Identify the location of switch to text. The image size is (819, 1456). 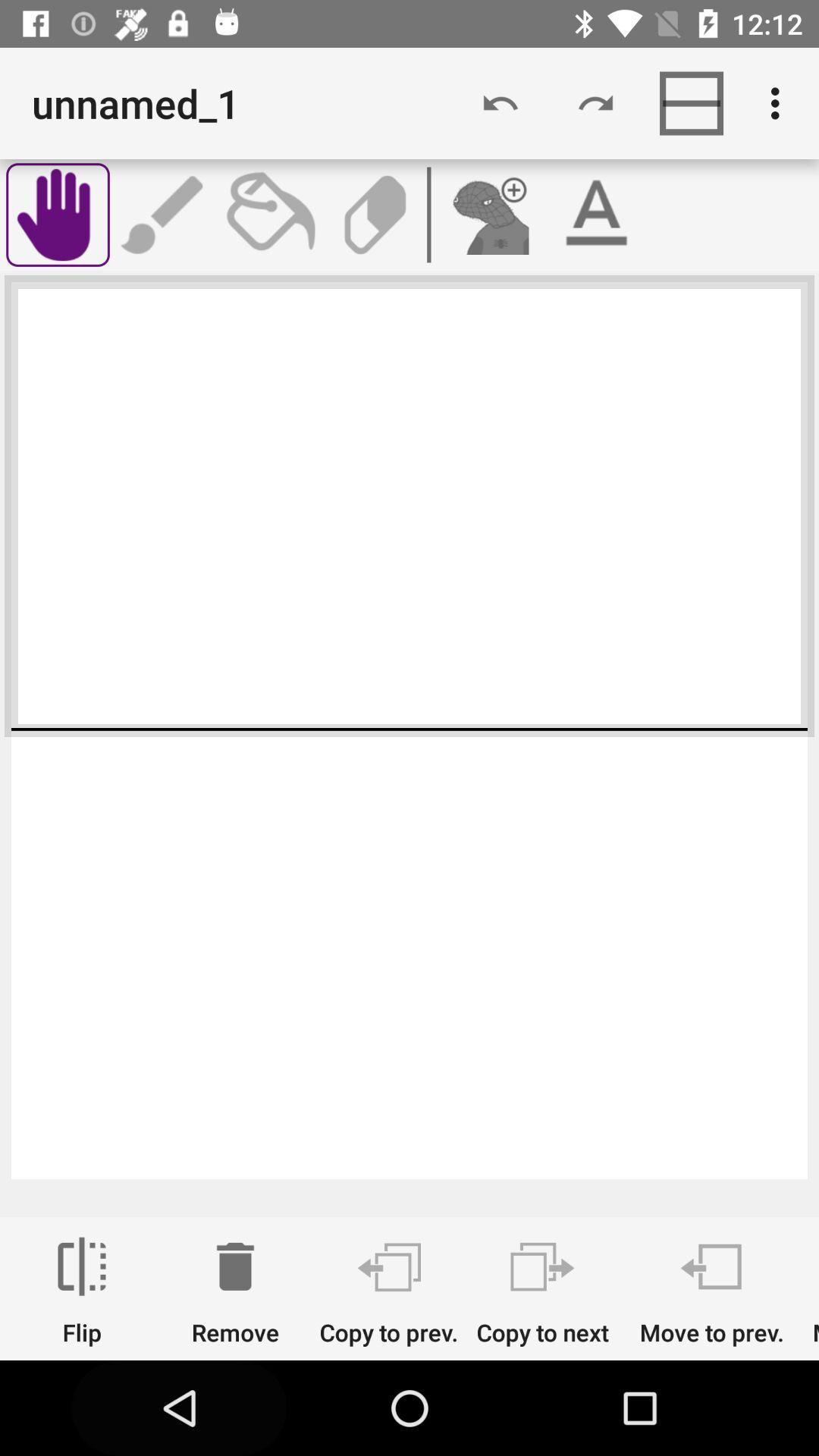
(595, 214).